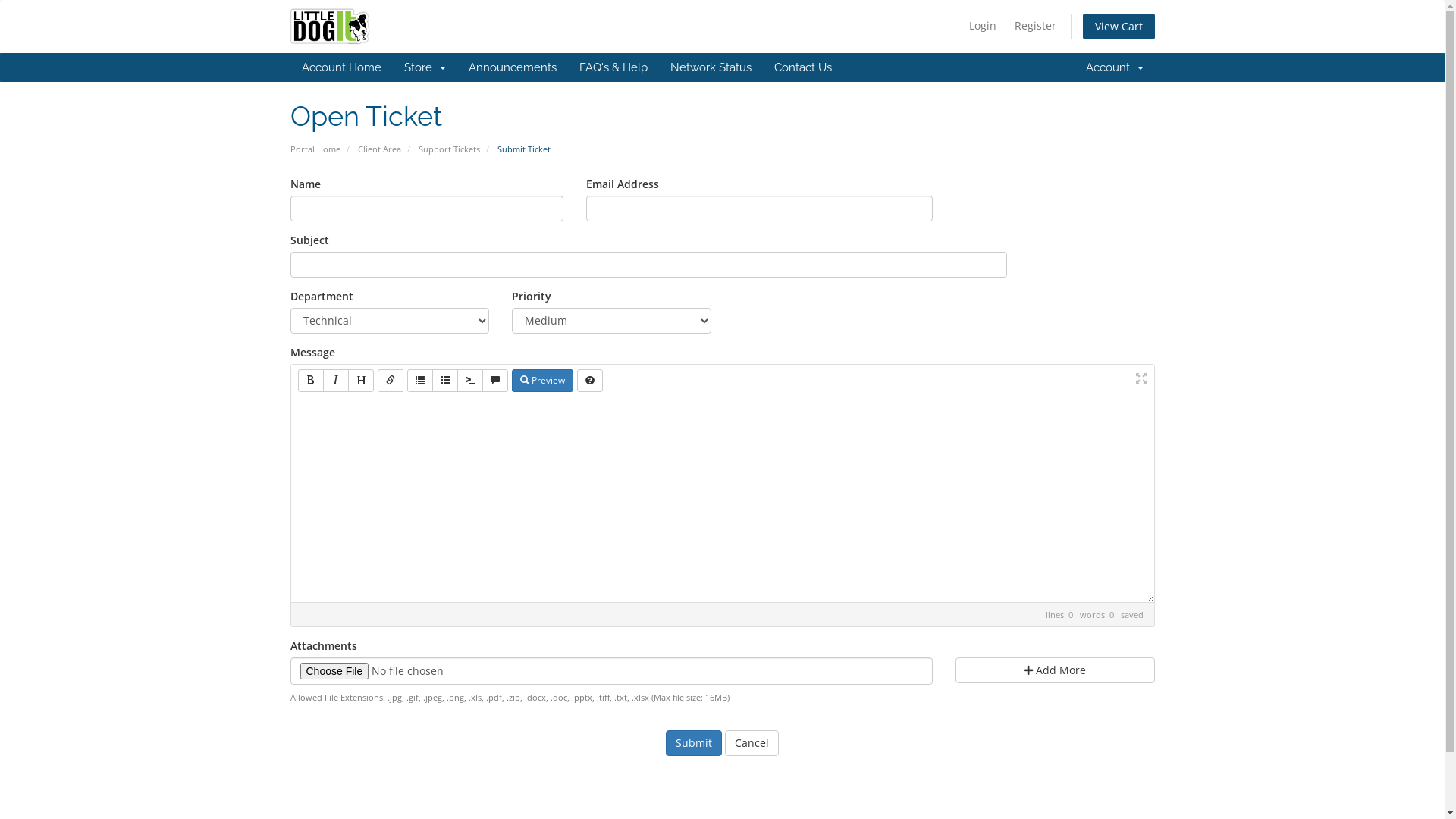 The image size is (1456, 819). Describe the element at coordinates (378, 379) in the screenshot. I see `'URL/Link'` at that location.